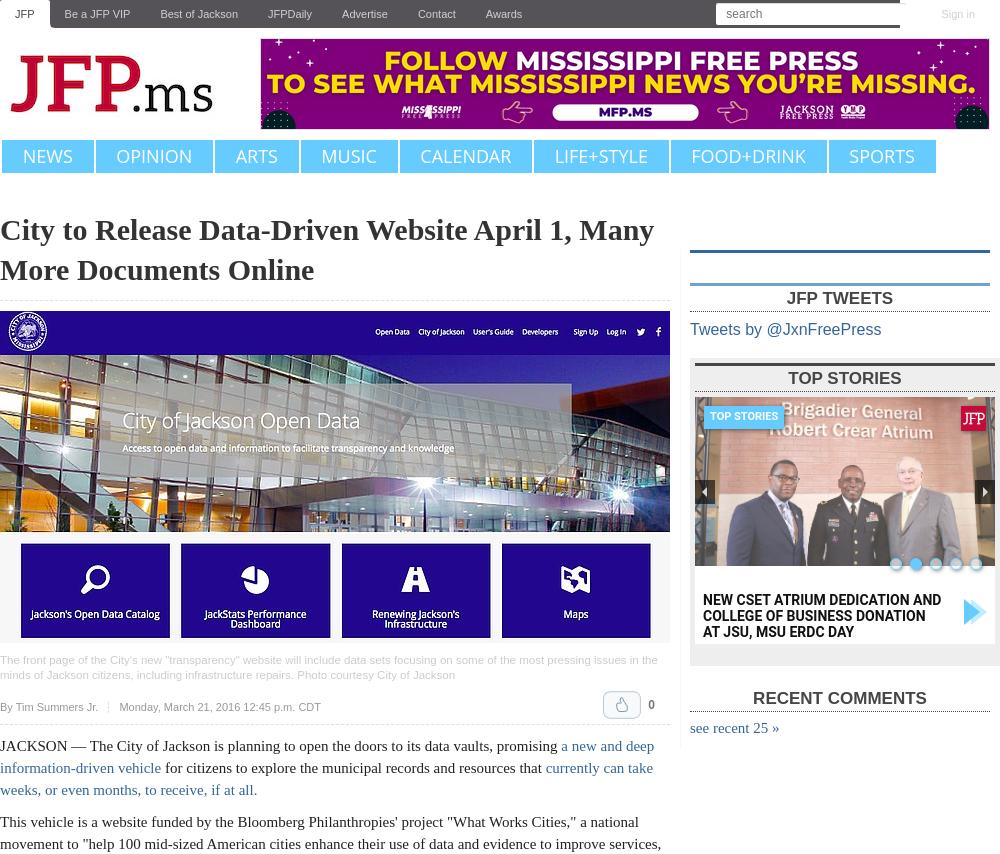  I want to click on 'Arts', so click(234, 156).